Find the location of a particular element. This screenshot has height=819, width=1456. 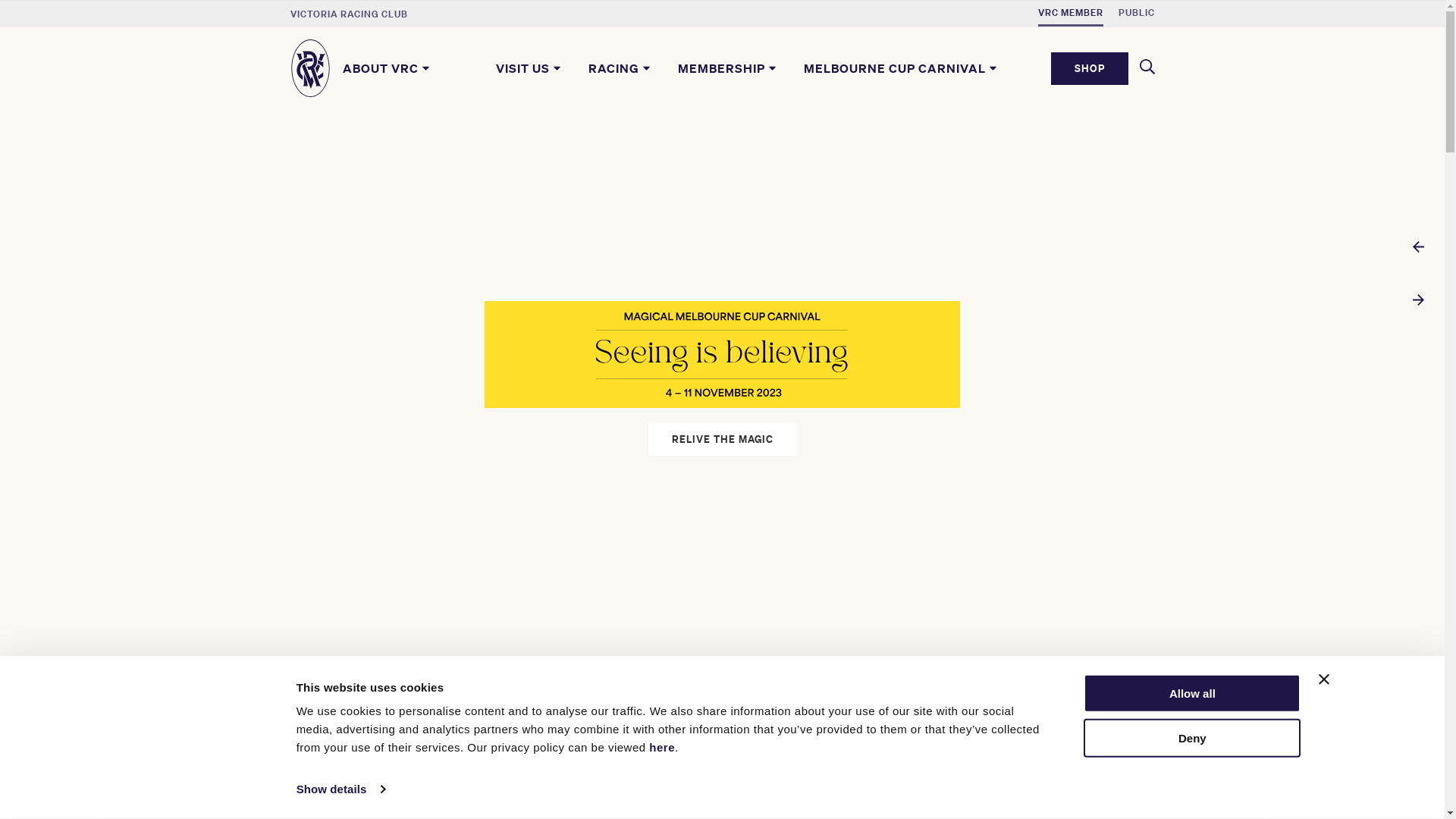

'here' is located at coordinates (662, 746).